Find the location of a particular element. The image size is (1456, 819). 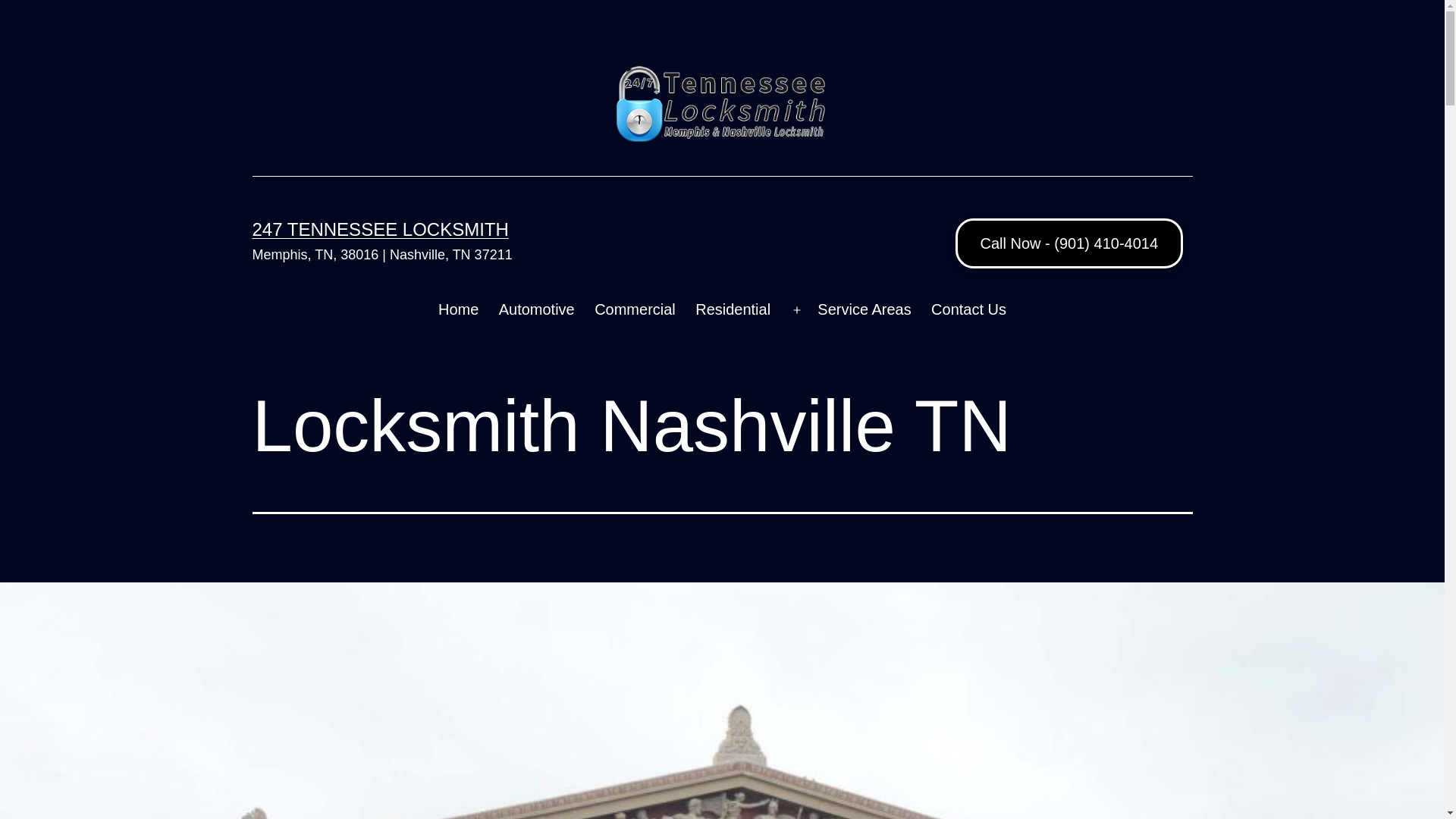

'Residential' is located at coordinates (733, 309).